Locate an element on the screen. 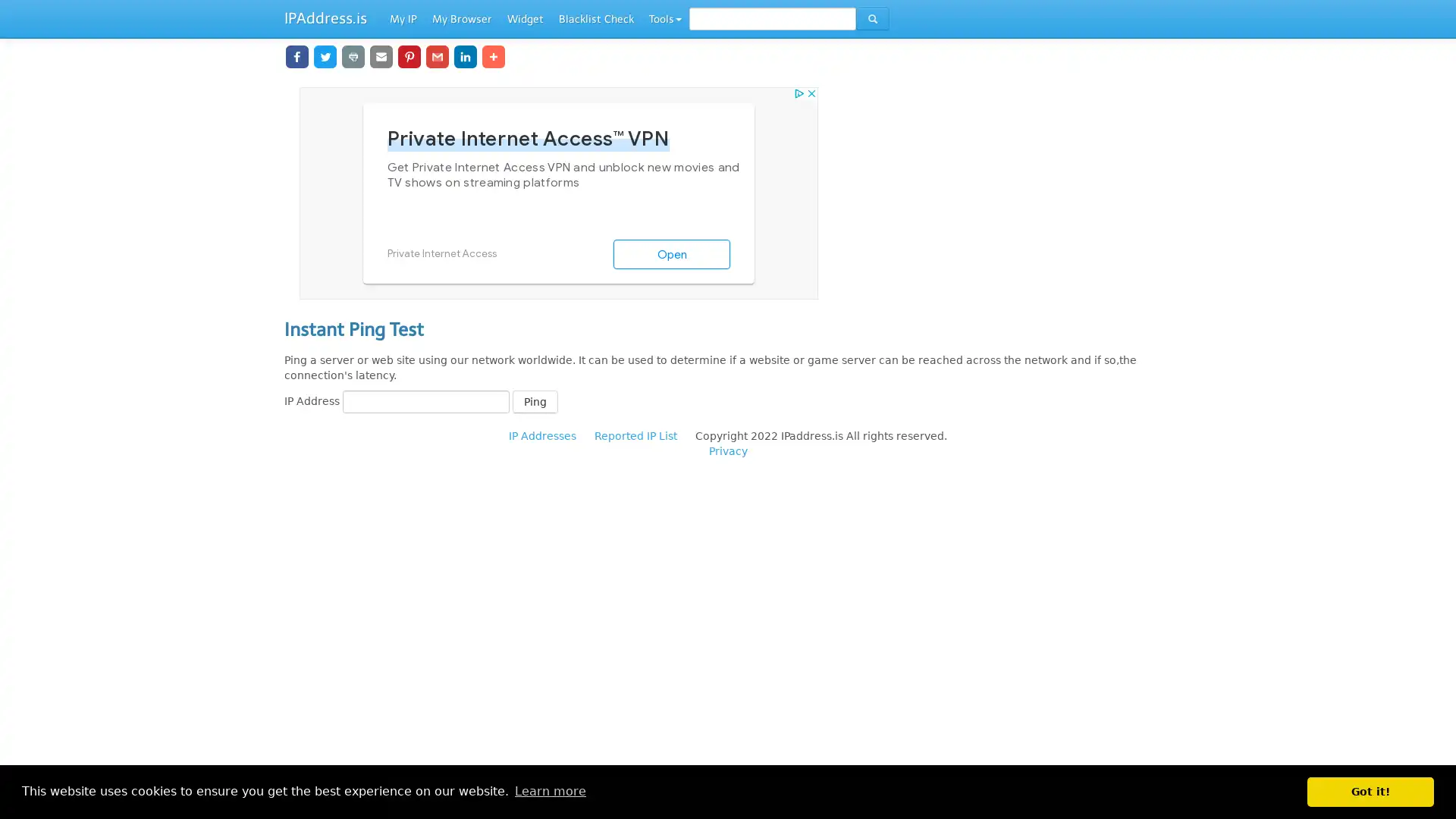  Share to Email is located at coordinates (375, 55).